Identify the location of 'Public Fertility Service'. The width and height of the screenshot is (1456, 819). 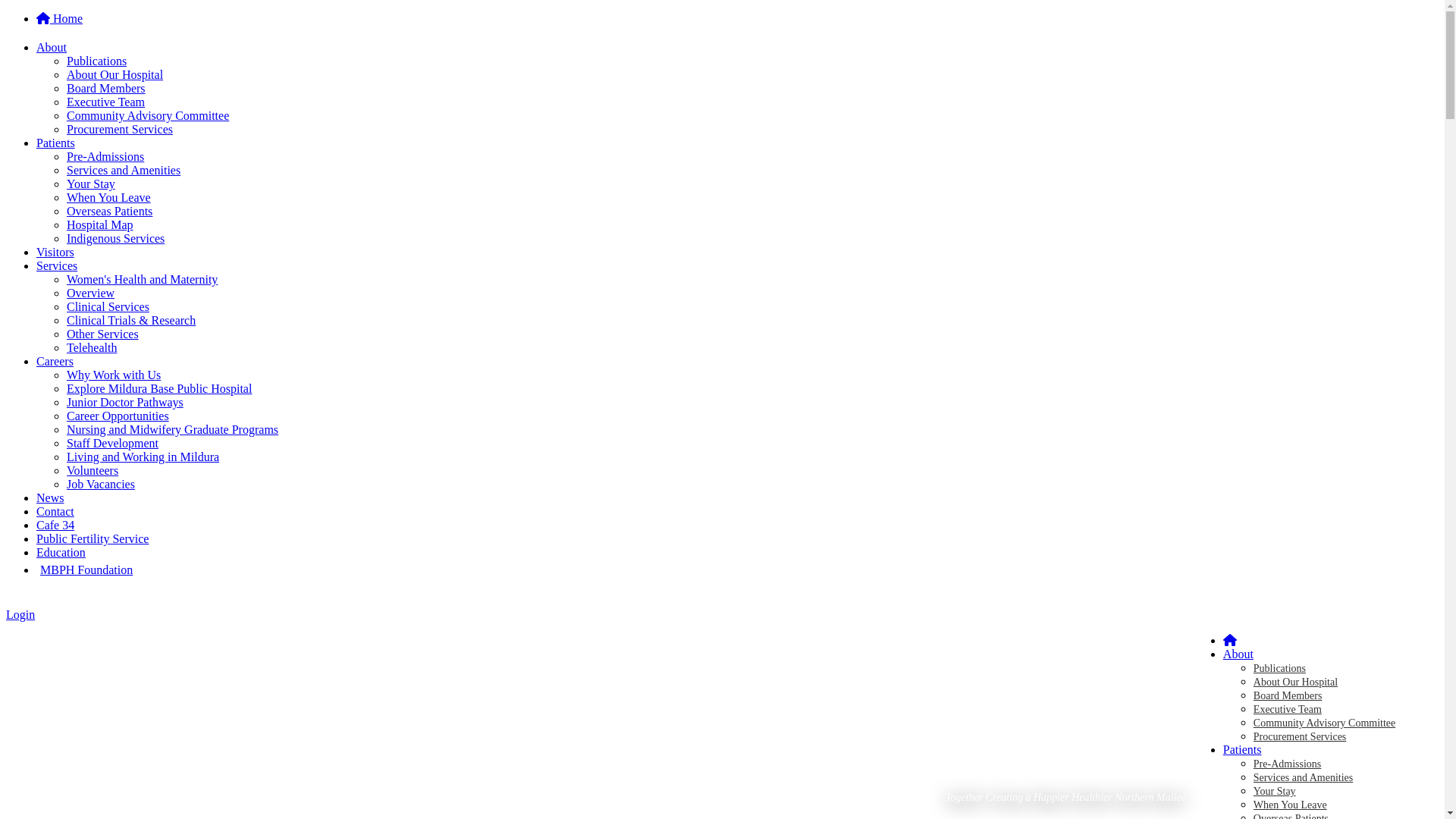
(91, 538).